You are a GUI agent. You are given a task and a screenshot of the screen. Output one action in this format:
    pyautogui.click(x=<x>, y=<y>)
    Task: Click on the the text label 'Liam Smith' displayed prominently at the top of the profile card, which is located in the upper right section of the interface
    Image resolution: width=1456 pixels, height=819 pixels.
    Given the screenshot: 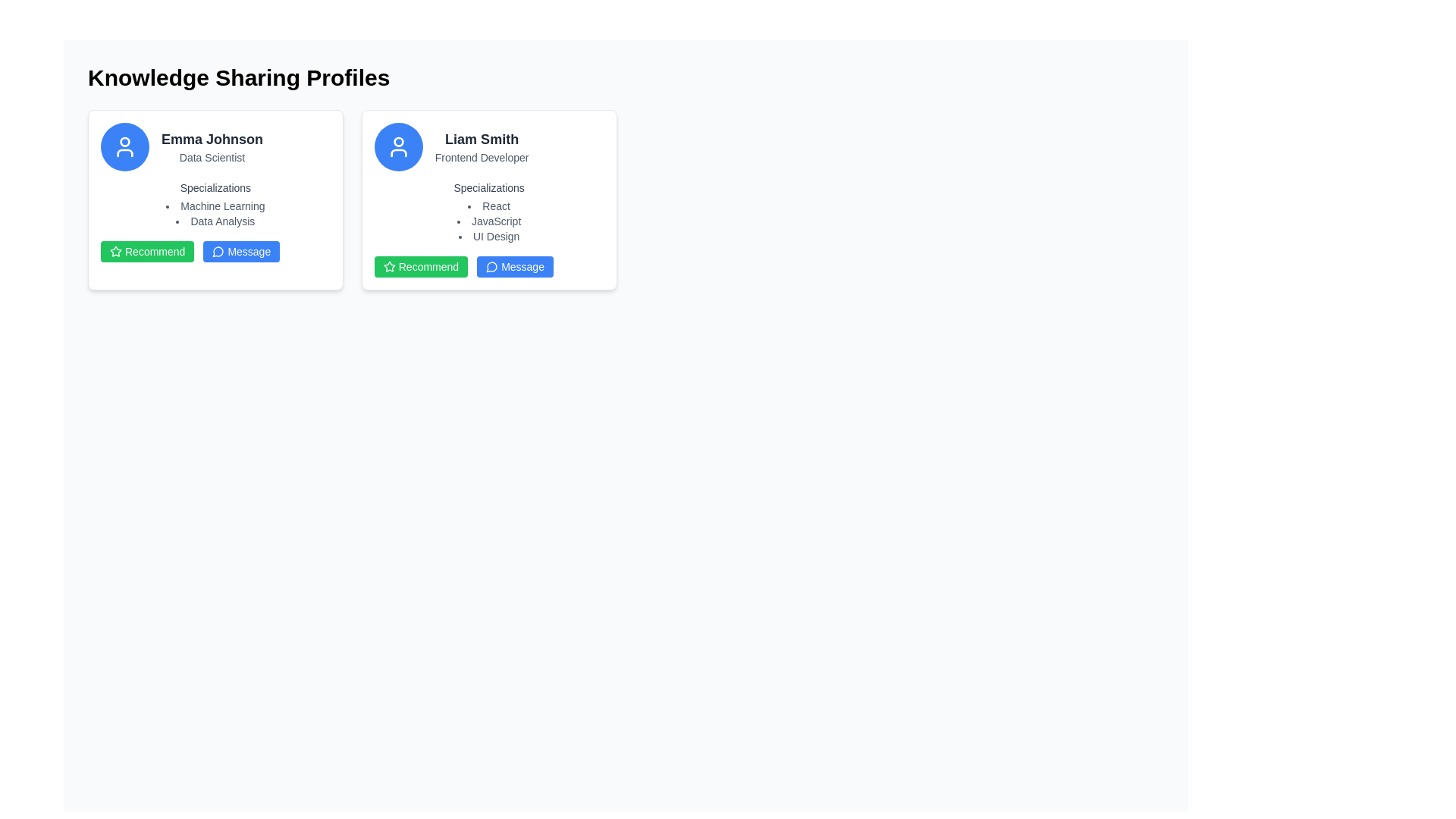 What is the action you would take?
    pyautogui.click(x=481, y=140)
    